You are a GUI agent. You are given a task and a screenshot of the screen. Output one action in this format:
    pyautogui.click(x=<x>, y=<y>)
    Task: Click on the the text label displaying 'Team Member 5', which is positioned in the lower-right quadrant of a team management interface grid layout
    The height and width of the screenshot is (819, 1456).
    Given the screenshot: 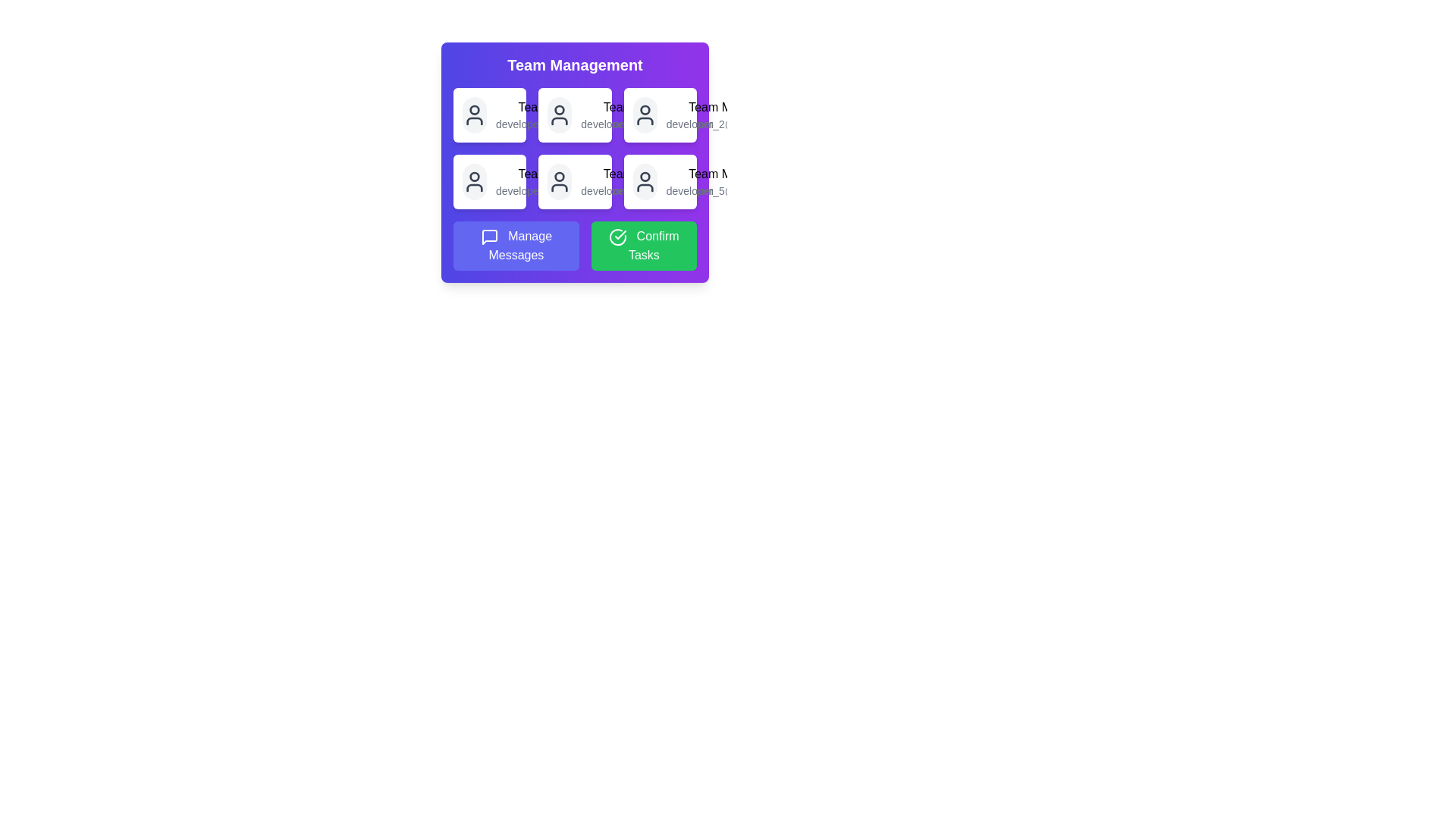 What is the action you would take?
    pyautogui.click(x=647, y=174)
    